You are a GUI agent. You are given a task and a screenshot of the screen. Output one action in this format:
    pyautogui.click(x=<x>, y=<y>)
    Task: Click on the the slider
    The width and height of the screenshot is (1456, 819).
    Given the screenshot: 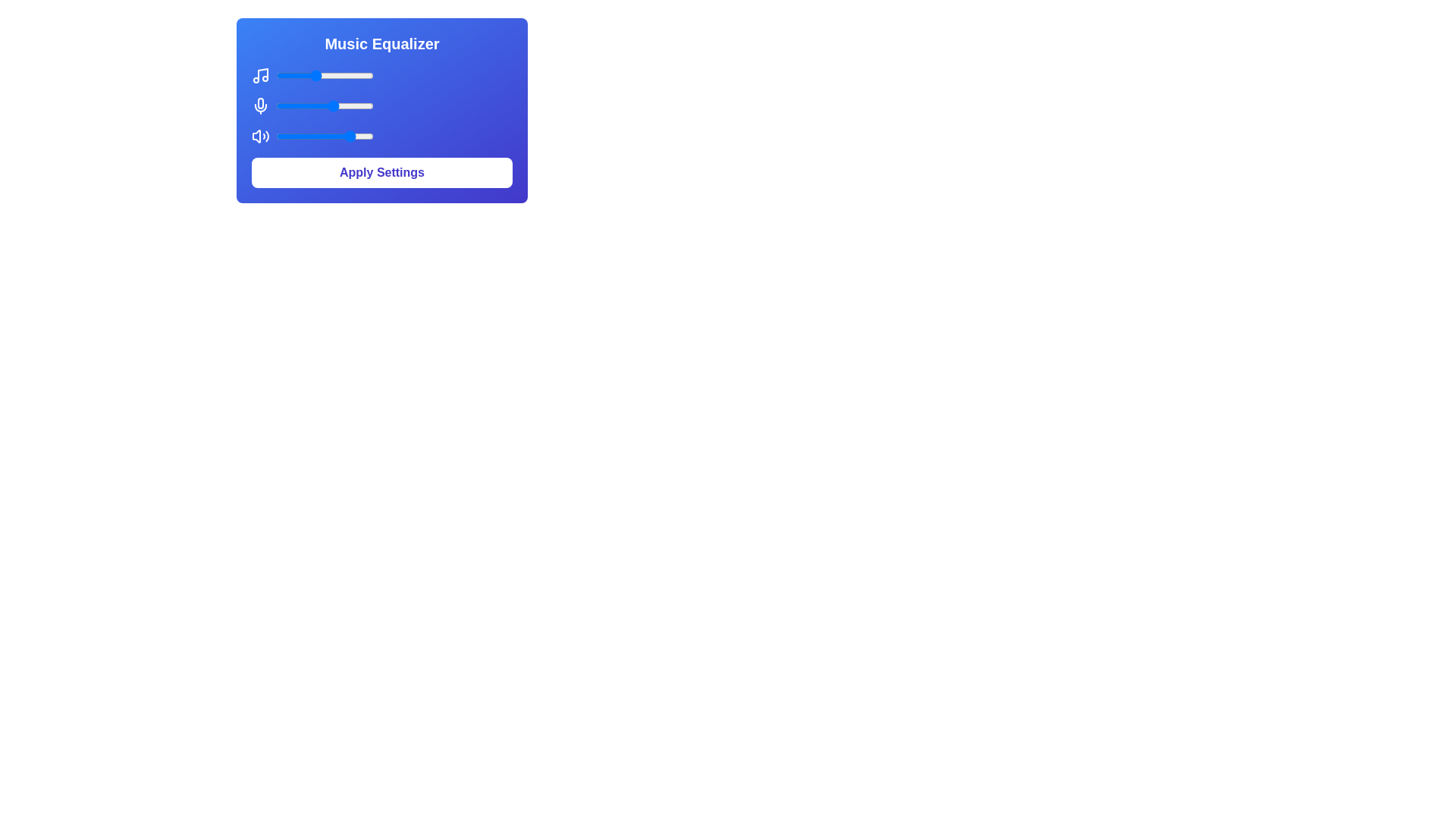 What is the action you would take?
    pyautogui.click(x=304, y=105)
    